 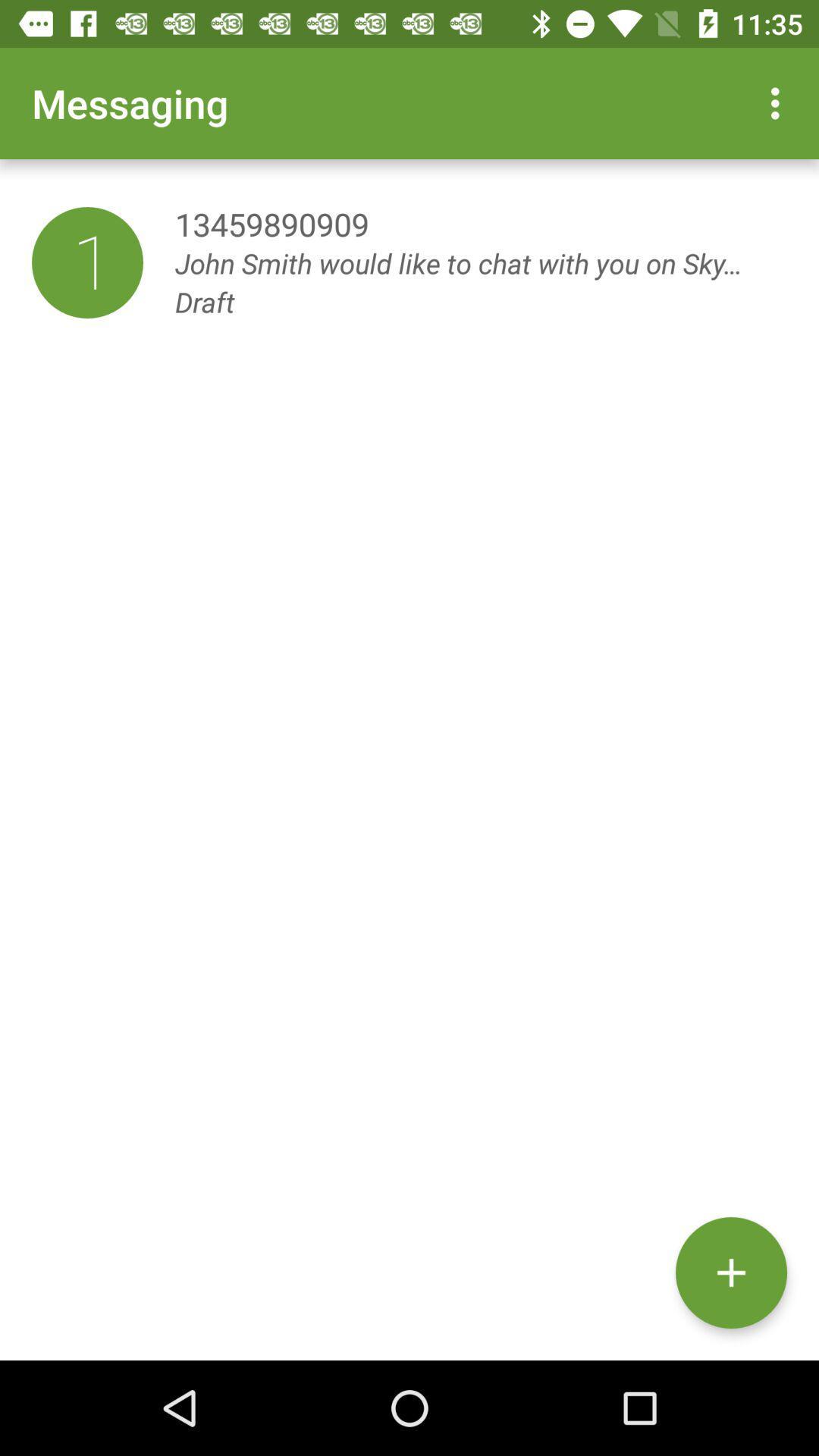 I want to click on the icon at the top right corner, so click(x=779, y=102).